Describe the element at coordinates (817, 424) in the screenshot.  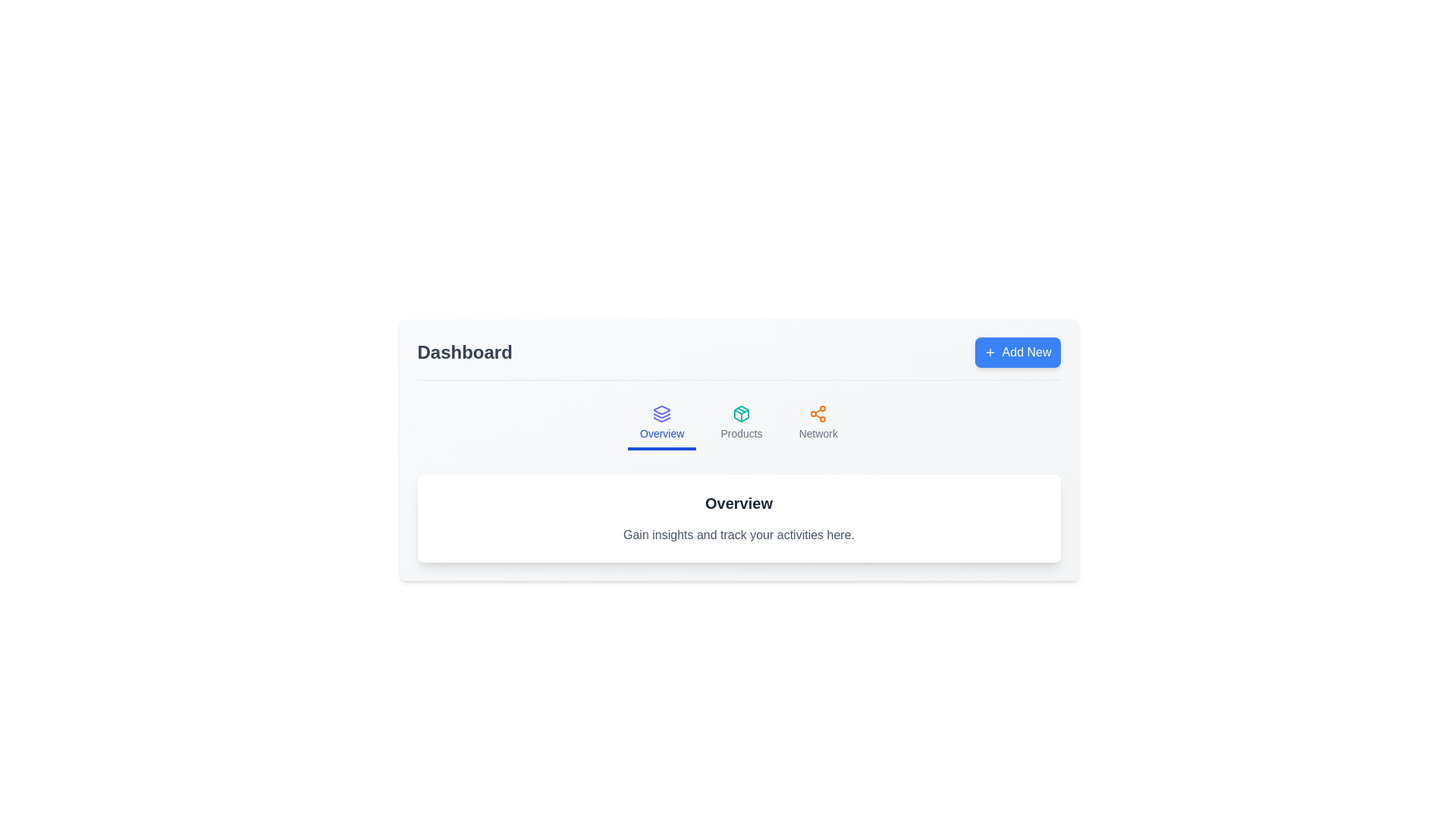
I see `the Network tab` at that location.